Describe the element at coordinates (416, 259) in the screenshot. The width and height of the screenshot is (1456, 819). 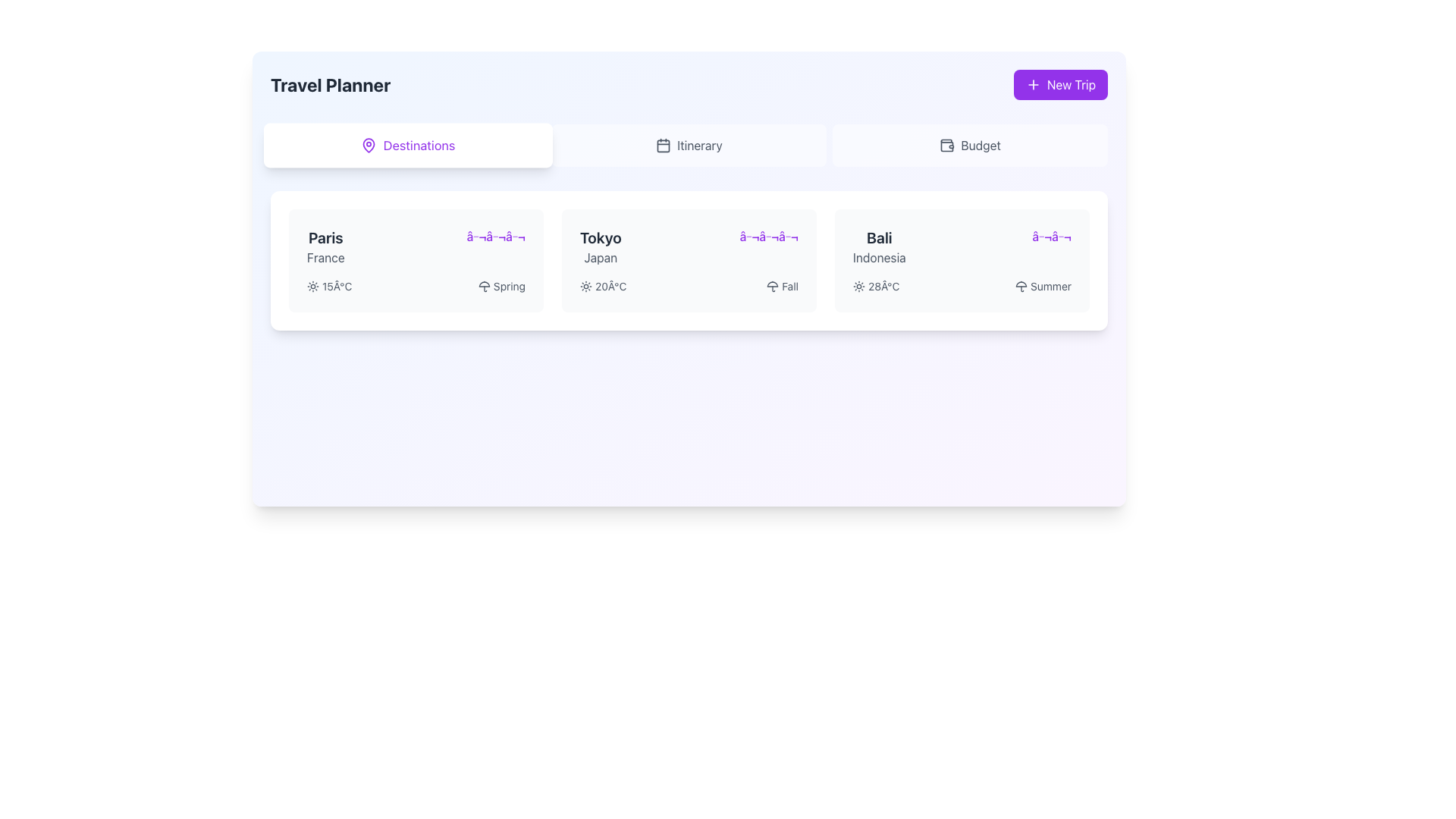
I see `the first Card element in the grid layout` at that location.